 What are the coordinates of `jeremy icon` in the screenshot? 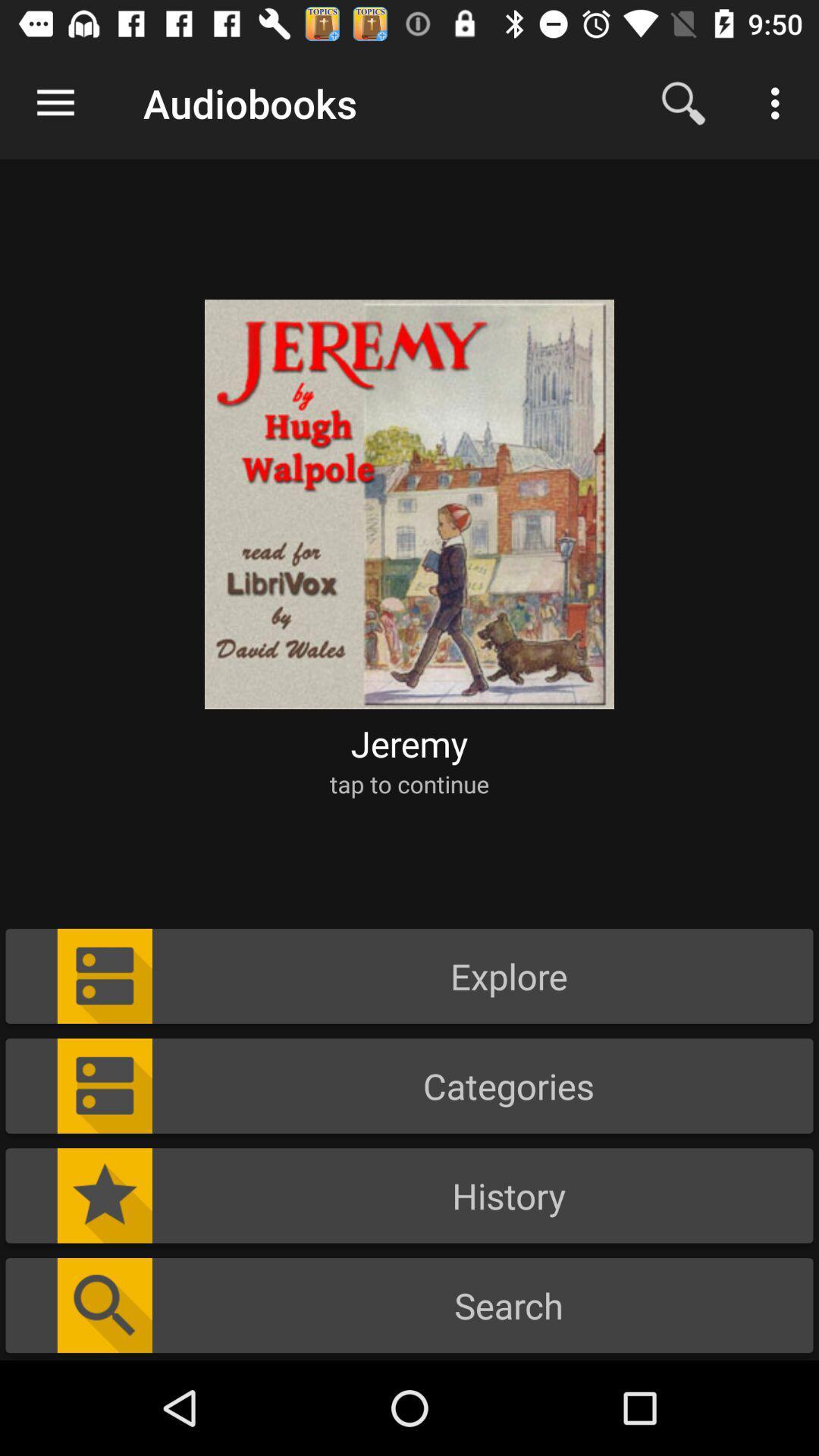 It's located at (409, 743).